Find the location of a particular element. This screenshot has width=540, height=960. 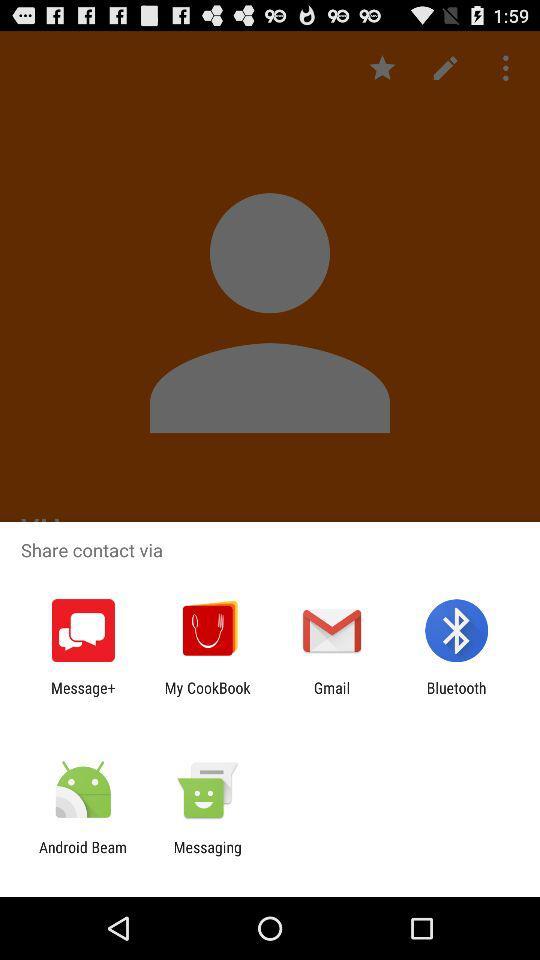

message+ is located at coordinates (82, 696).